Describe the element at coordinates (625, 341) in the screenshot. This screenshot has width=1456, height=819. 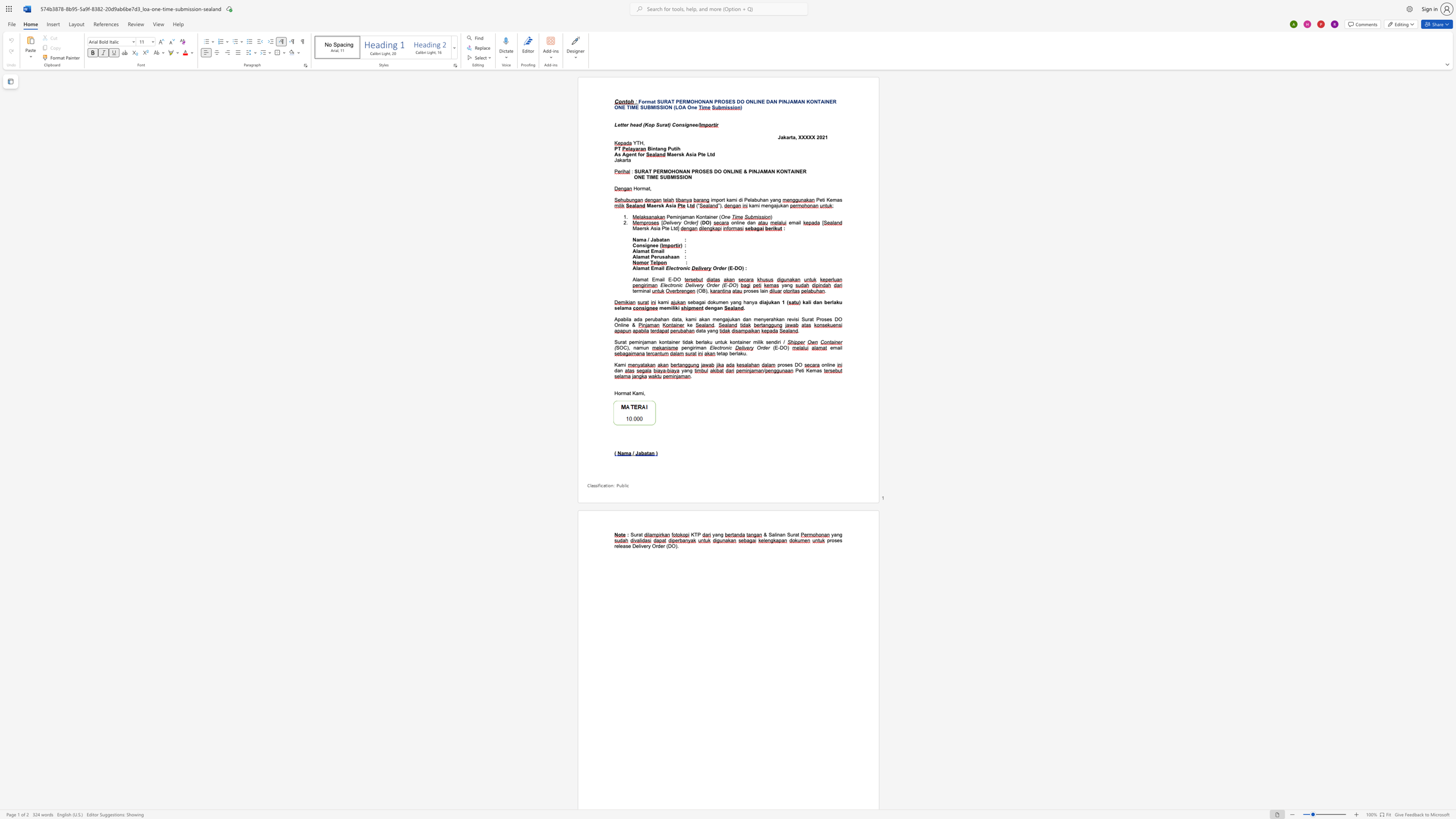
I see `the subset text "t peminjaman kontainer tidak berlaku untuk kontainer milik sendi" within the text "Surat peminjaman kontainer tidak berlaku untuk kontainer milik sendiri /"` at that location.